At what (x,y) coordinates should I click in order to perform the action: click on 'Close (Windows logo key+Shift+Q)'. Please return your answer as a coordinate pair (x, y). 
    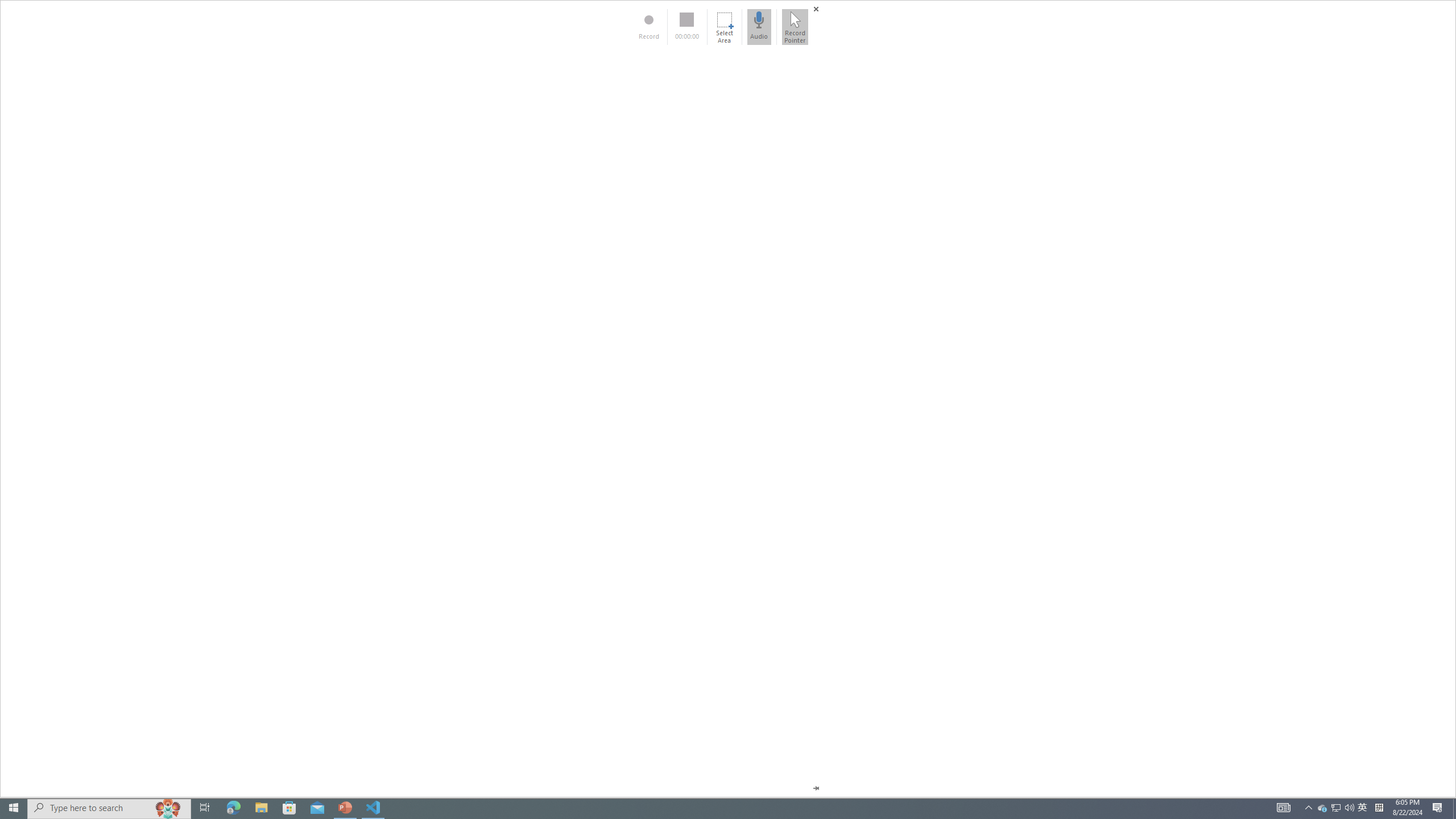
    Looking at the image, I should click on (816, 9).